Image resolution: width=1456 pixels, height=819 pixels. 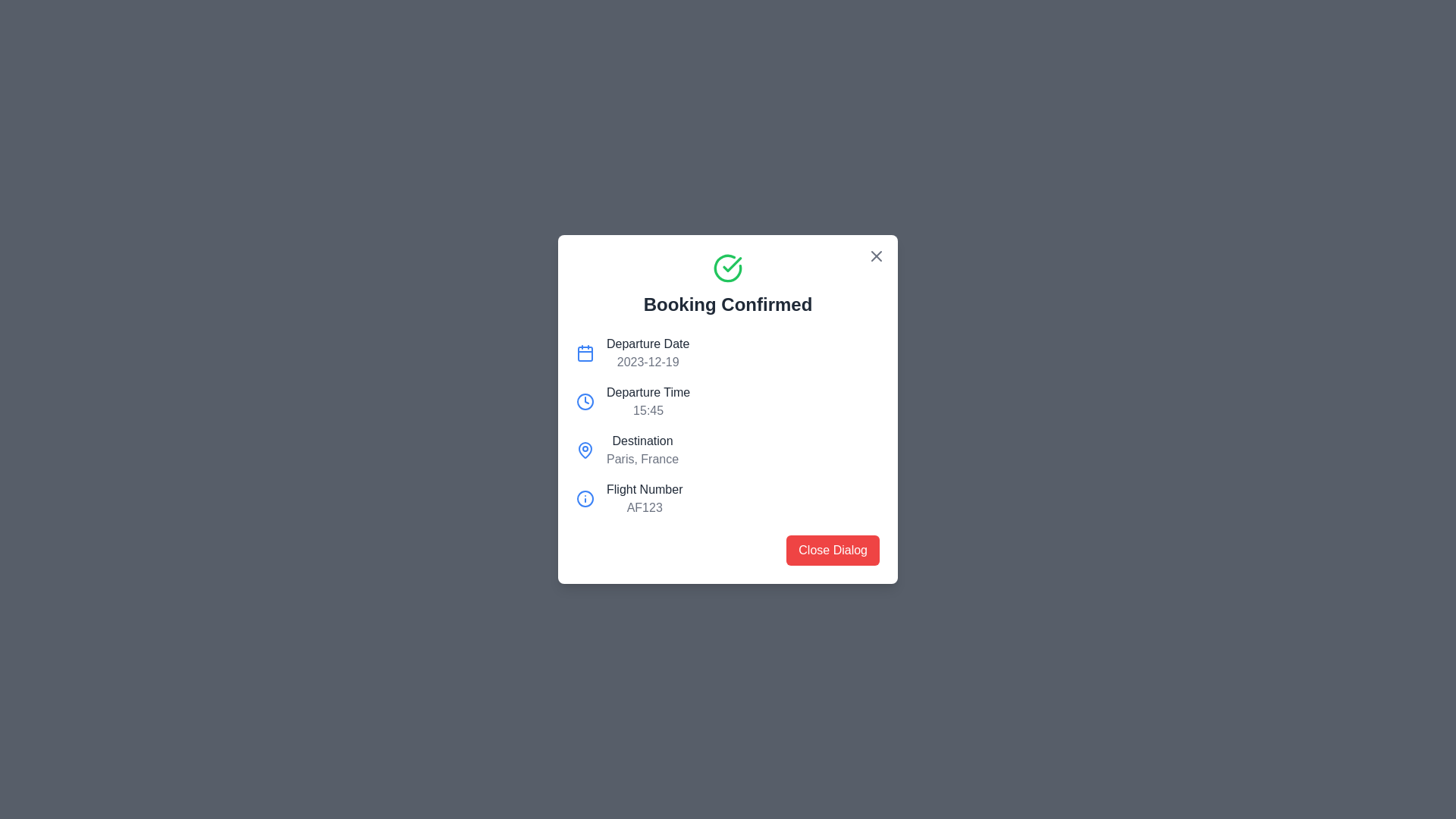 I want to click on the calendar icon located at the top-left corner of the list within the modal, adjacent to the 'Departure Date' text, so click(x=585, y=353).